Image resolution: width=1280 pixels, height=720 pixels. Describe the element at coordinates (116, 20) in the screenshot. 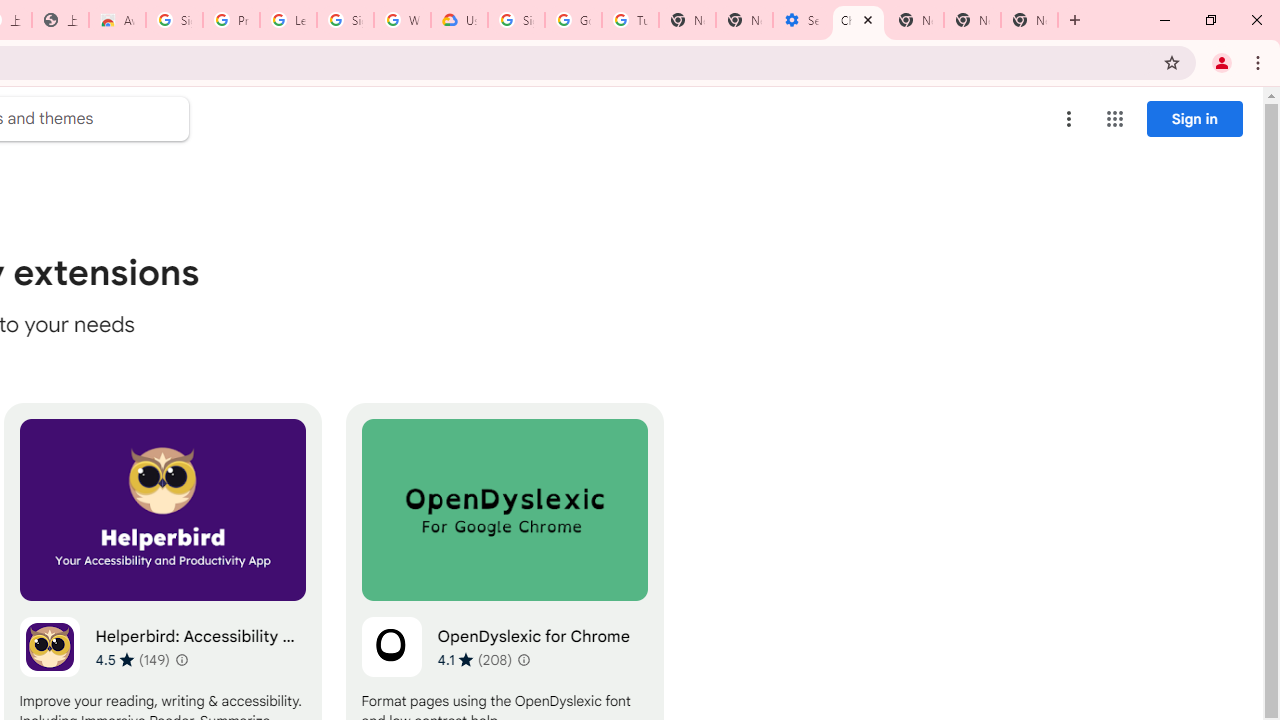

I see `'Awesome Screen Recorder & Screenshot - Chrome Web Store'` at that location.